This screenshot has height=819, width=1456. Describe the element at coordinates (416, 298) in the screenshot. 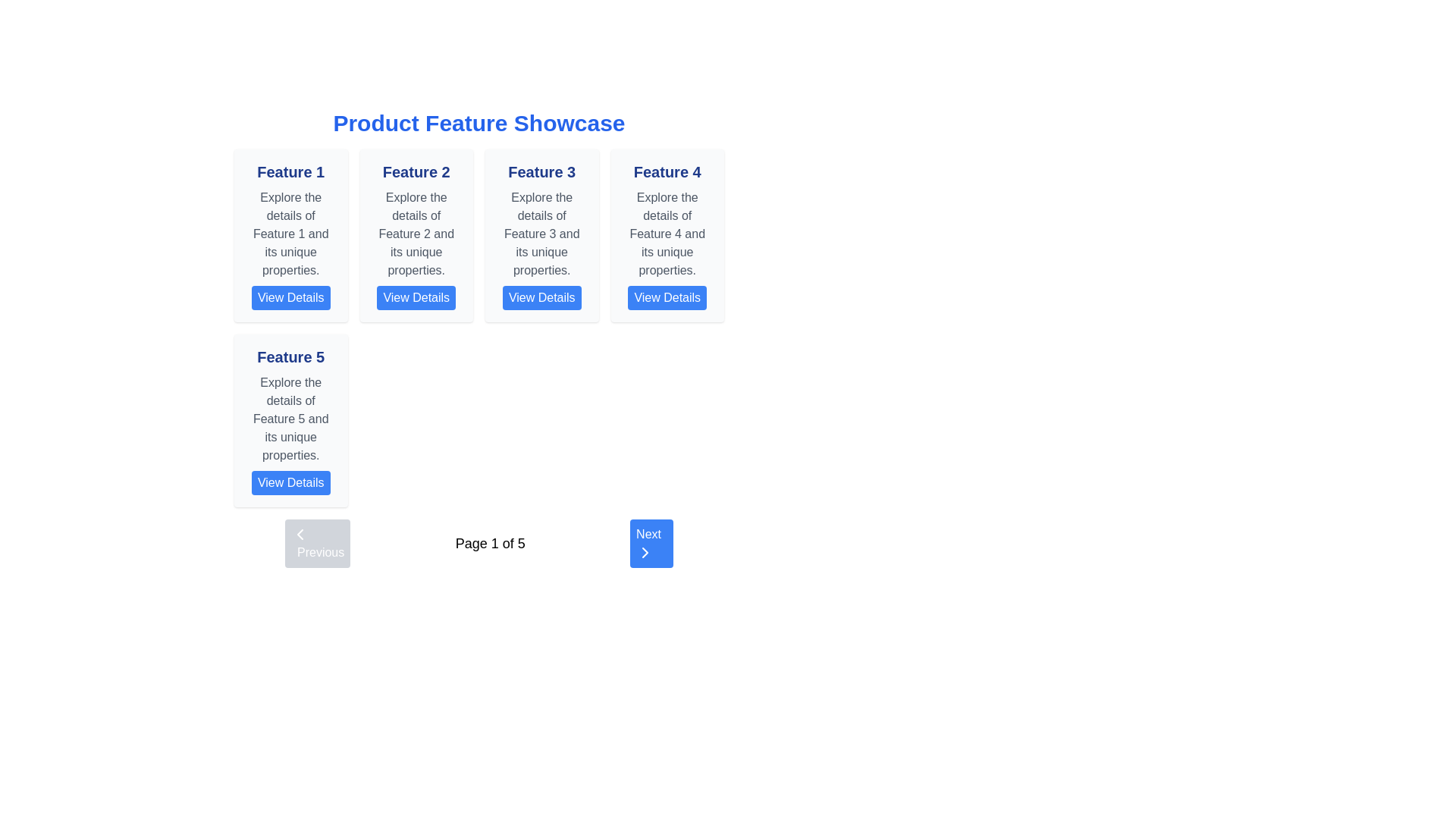

I see `the blue button with rounded edges labeled 'View Details'` at that location.